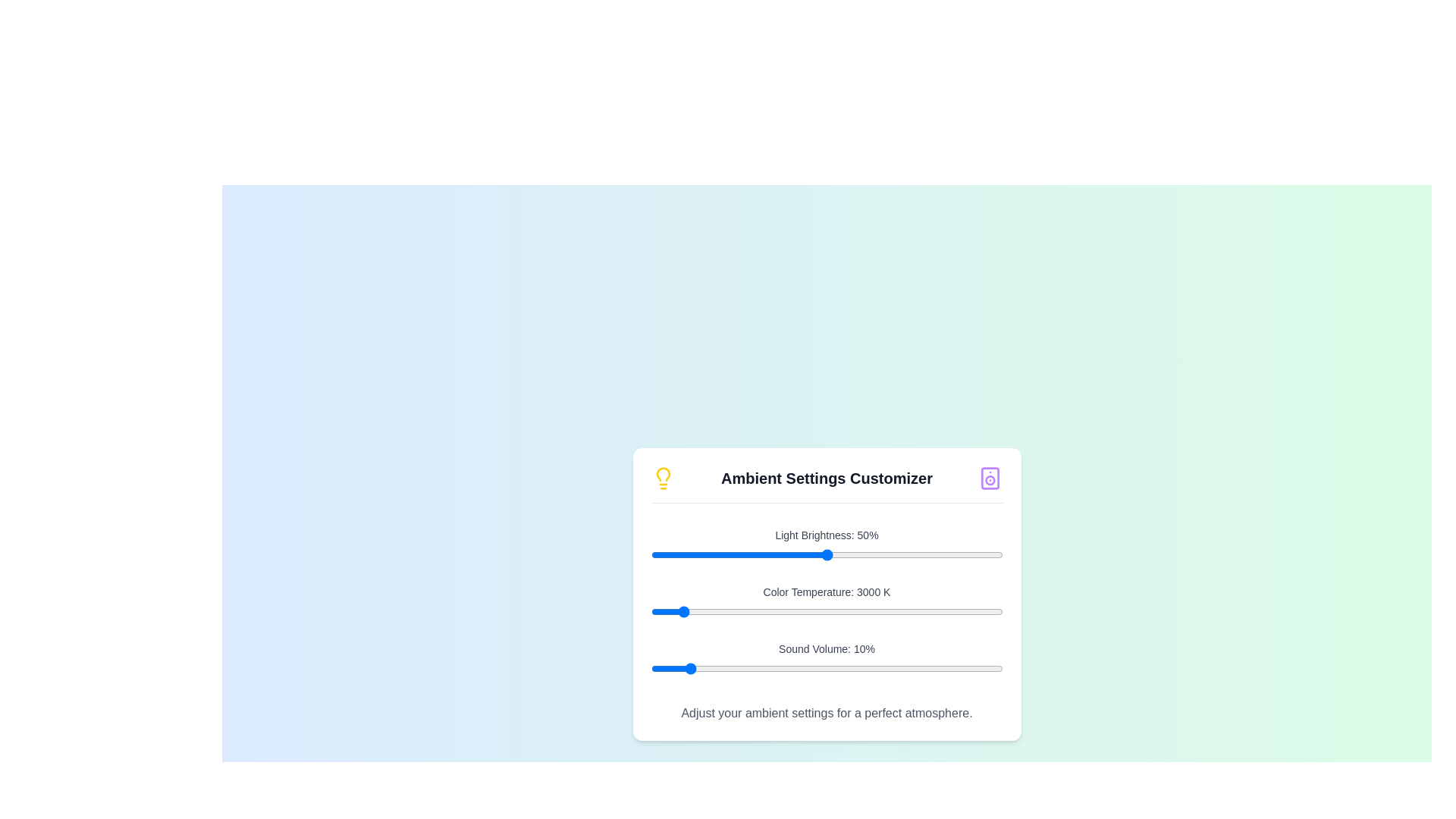 The width and height of the screenshot is (1456, 819). What do you see at coordinates (735, 555) in the screenshot?
I see `the light brightness` at bounding box center [735, 555].